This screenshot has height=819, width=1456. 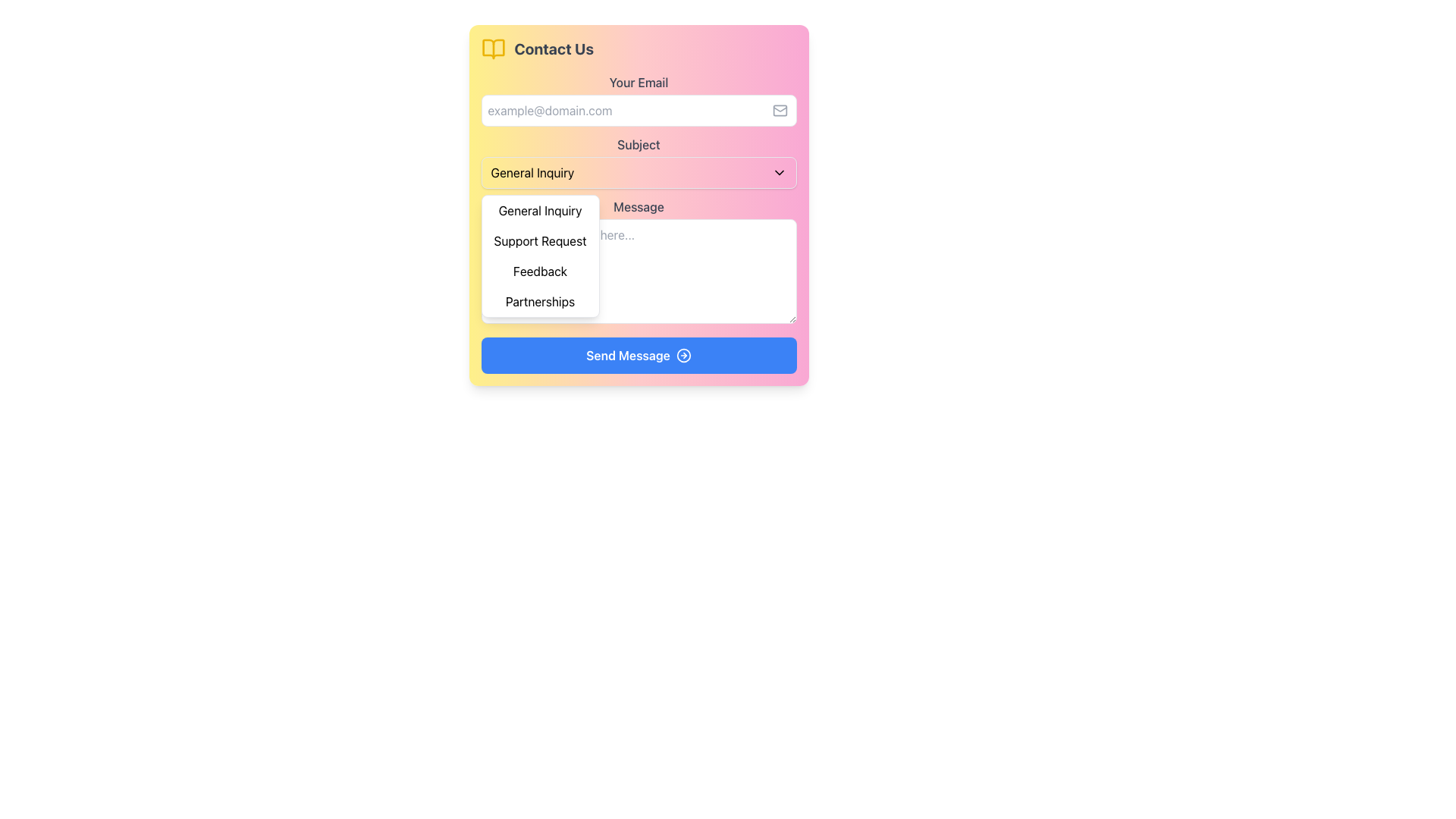 I want to click on the second option in the dropdown menu which includes 'Support Request', so click(x=540, y=256).